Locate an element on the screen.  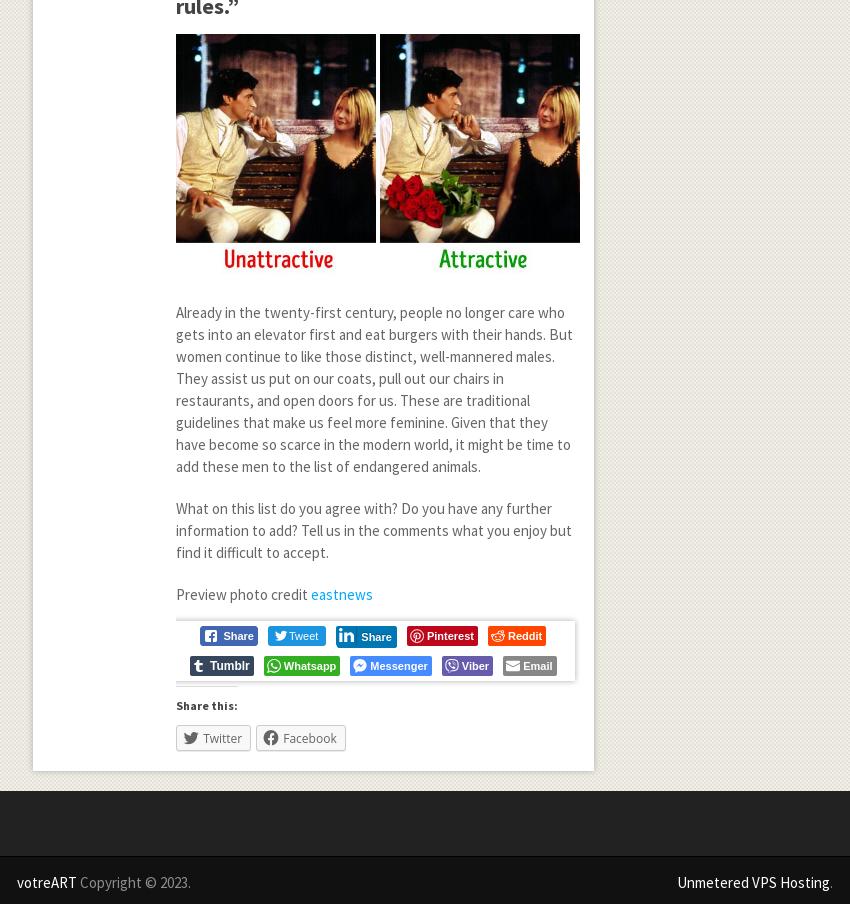
'Pinterest' is located at coordinates (448, 634).